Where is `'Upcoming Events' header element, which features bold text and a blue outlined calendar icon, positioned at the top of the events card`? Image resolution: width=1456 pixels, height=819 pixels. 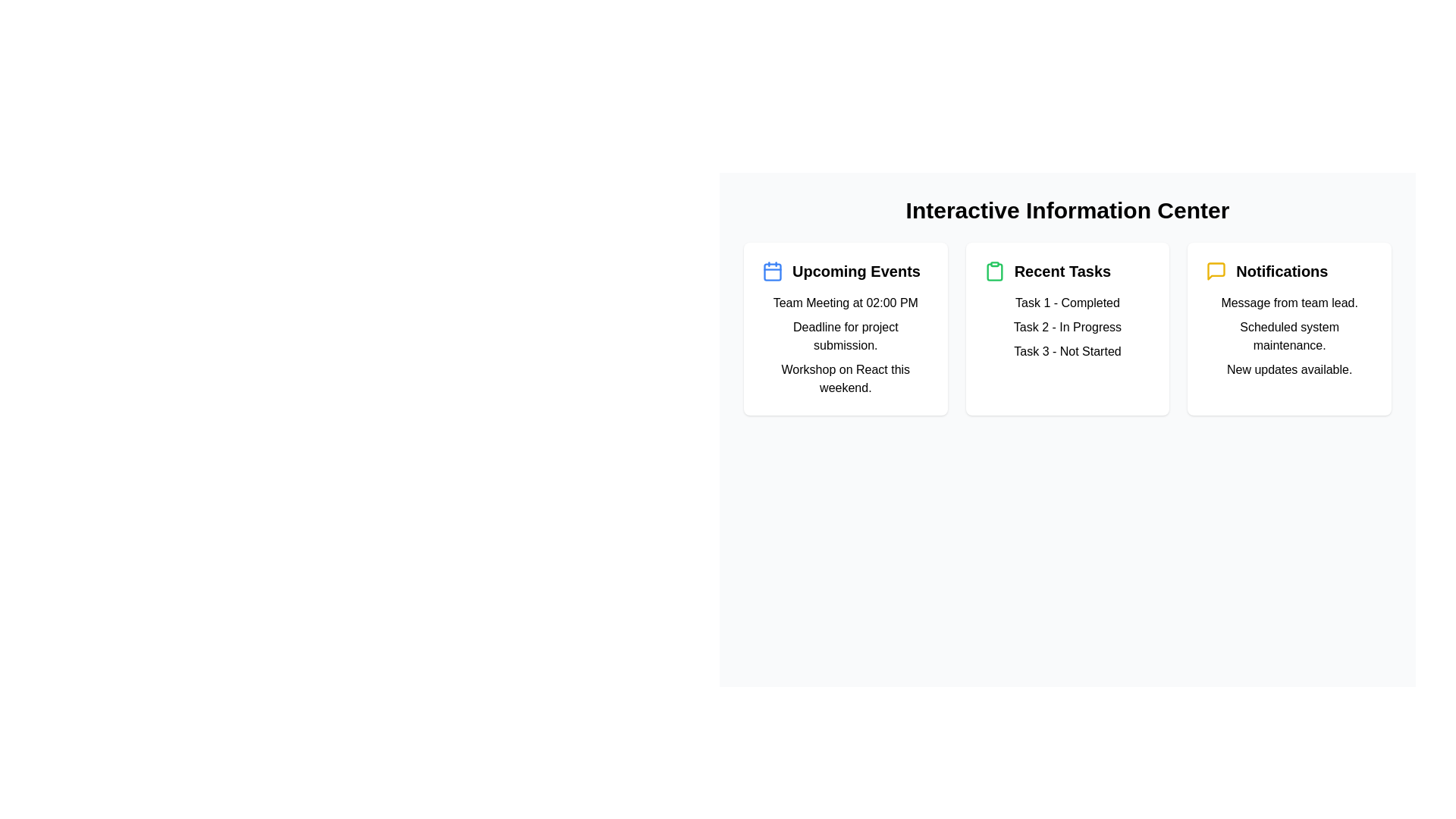 'Upcoming Events' header element, which features bold text and a blue outlined calendar icon, positioned at the top of the events card is located at coordinates (845, 271).